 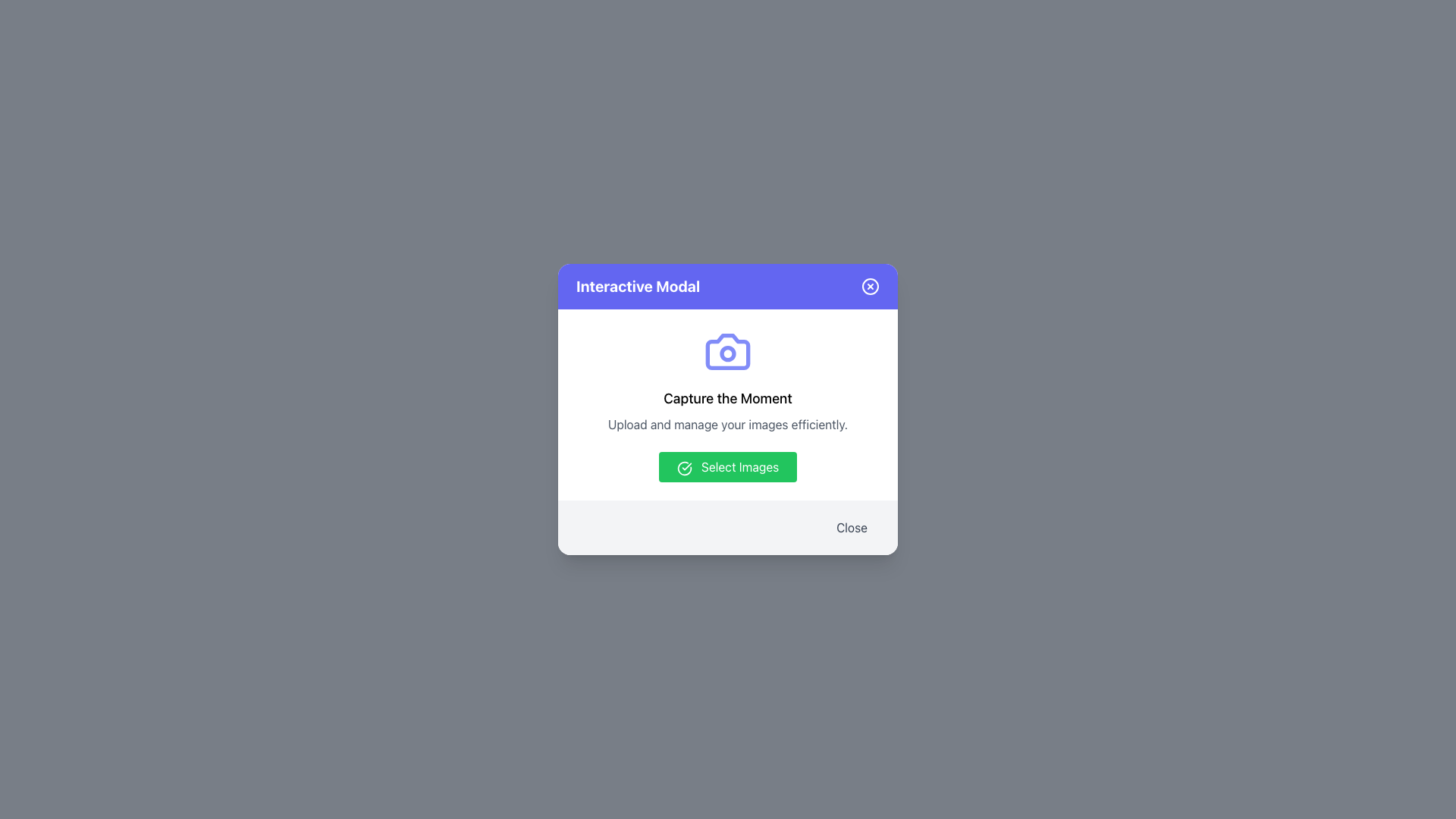 What do you see at coordinates (683, 467) in the screenshot?
I see `the decorative status indicator icon located to the left of the 'Select Images' button` at bounding box center [683, 467].